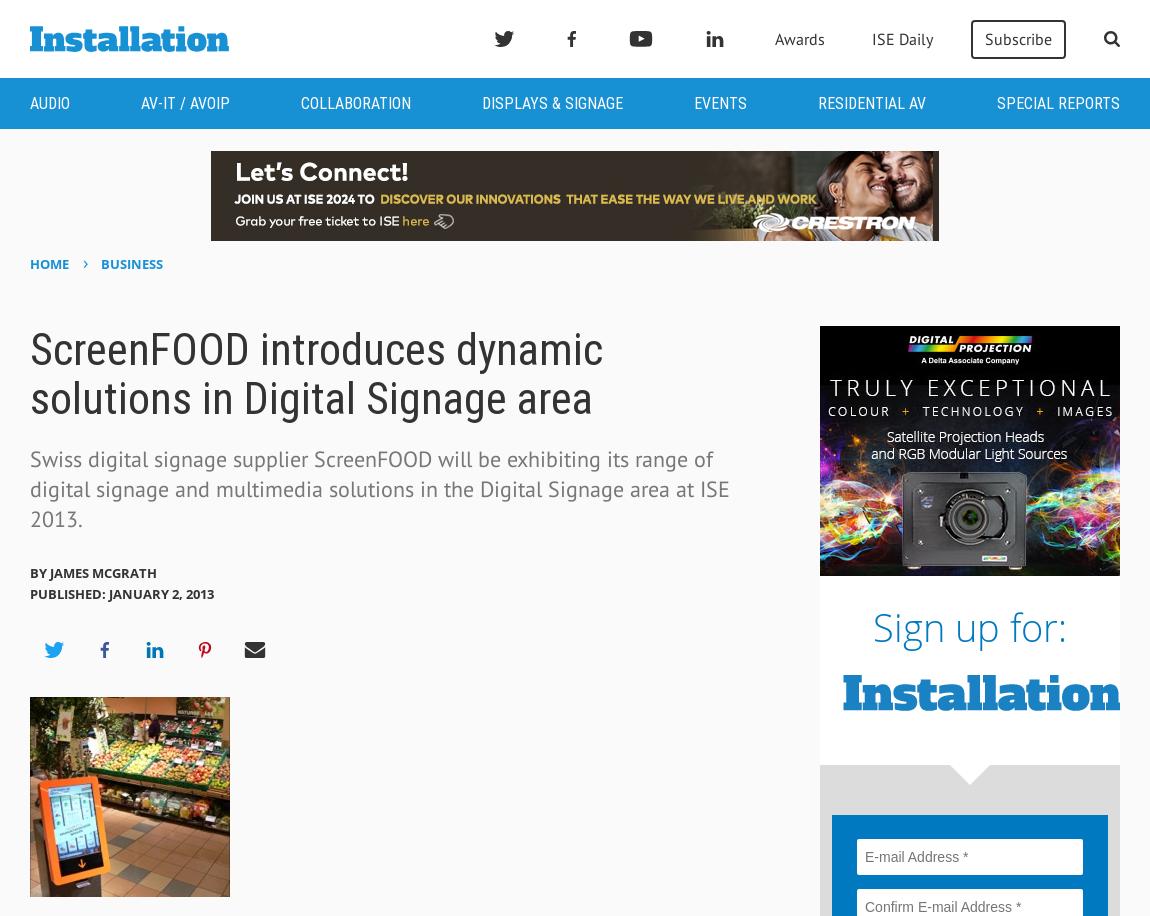 The width and height of the screenshot is (1150, 916). Describe the element at coordinates (183, 102) in the screenshot. I see `'AV-IT / AVoIP'` at that location.